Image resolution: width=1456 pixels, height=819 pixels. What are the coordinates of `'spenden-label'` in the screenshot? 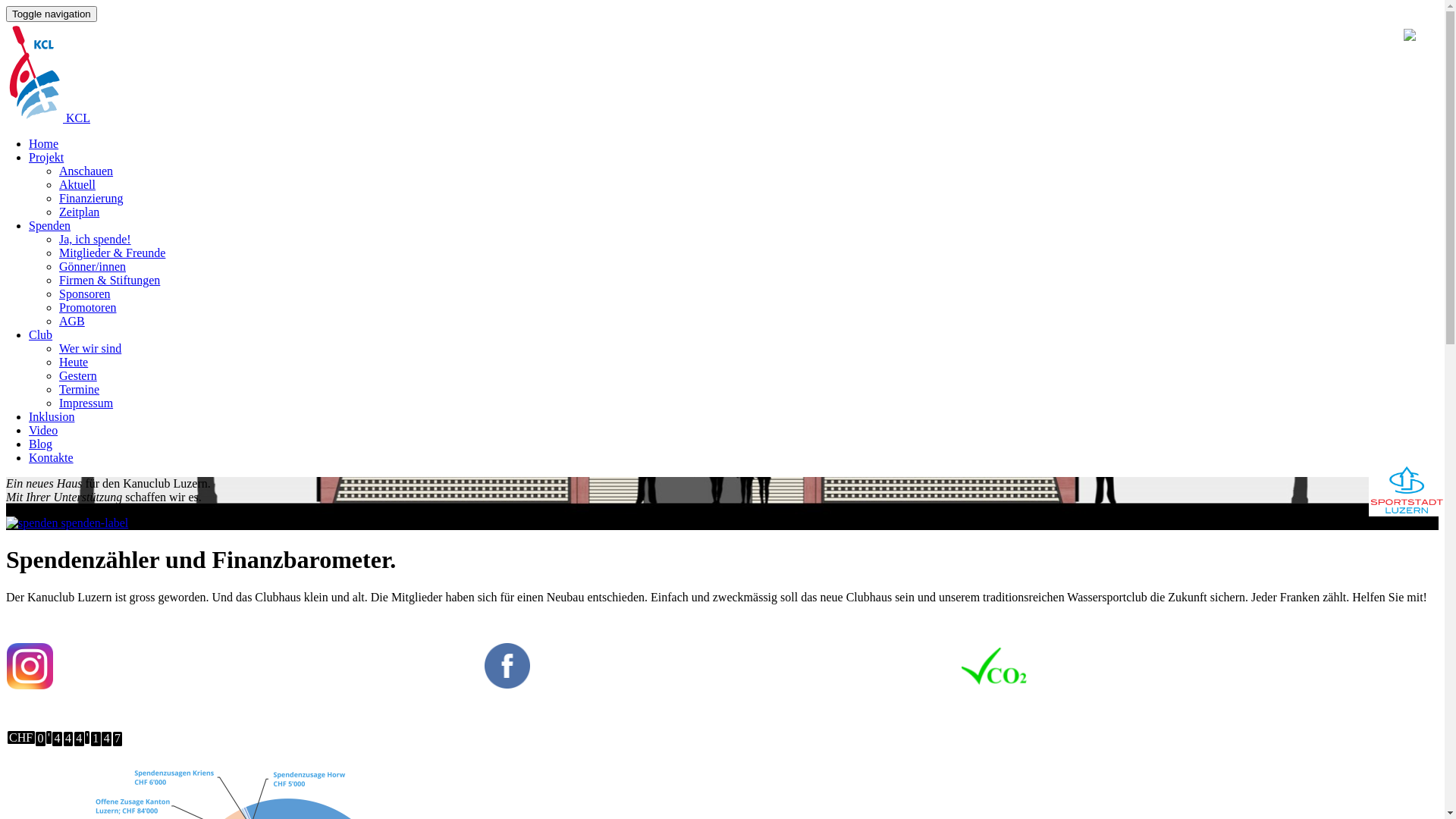 It's located at (66, 522).